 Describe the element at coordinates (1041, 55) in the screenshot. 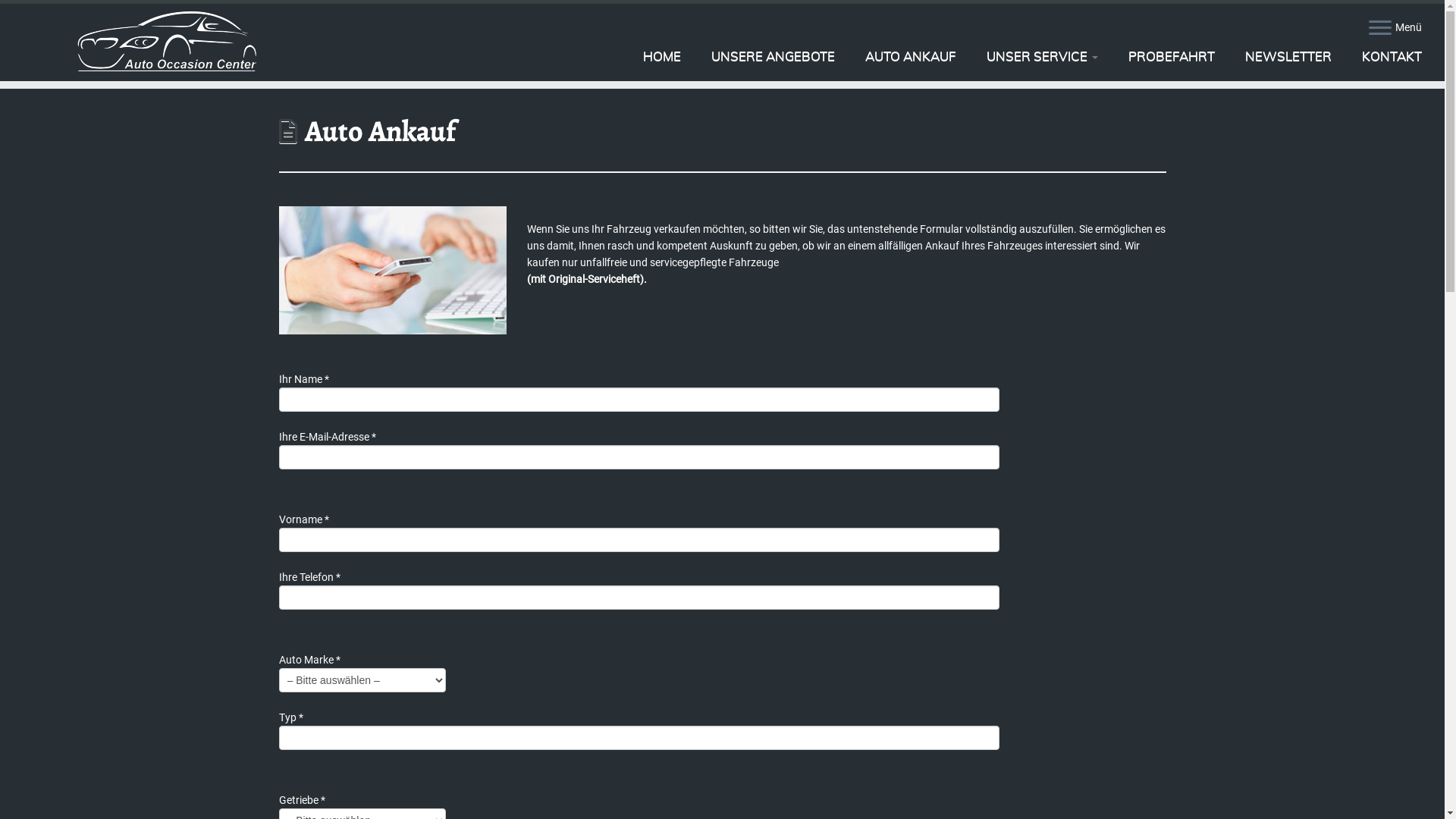

I see `'UNSER SERVICE'` at that location.